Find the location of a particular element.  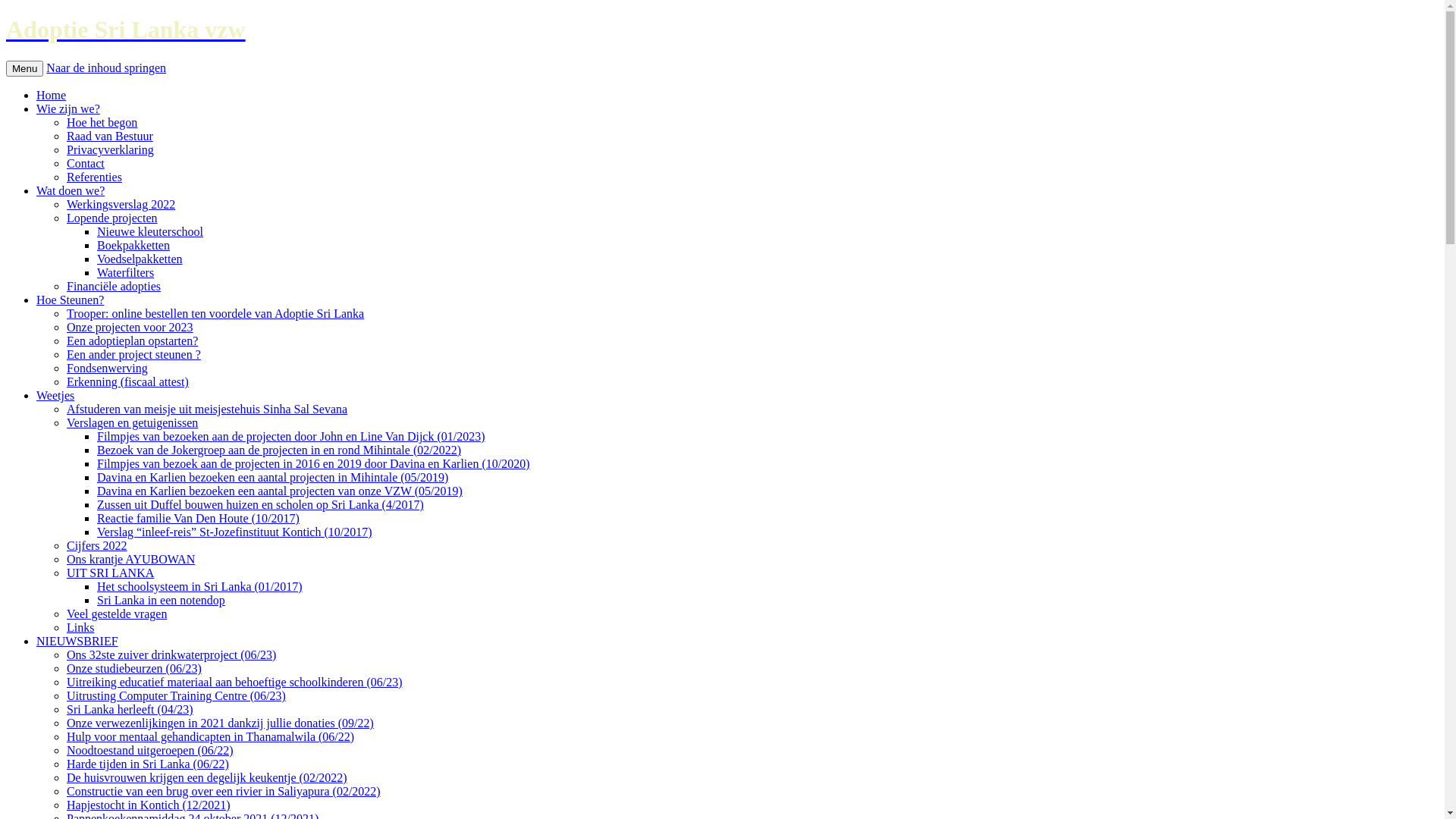

'Raad van Bestuur' is located at coordinates (108, 135).